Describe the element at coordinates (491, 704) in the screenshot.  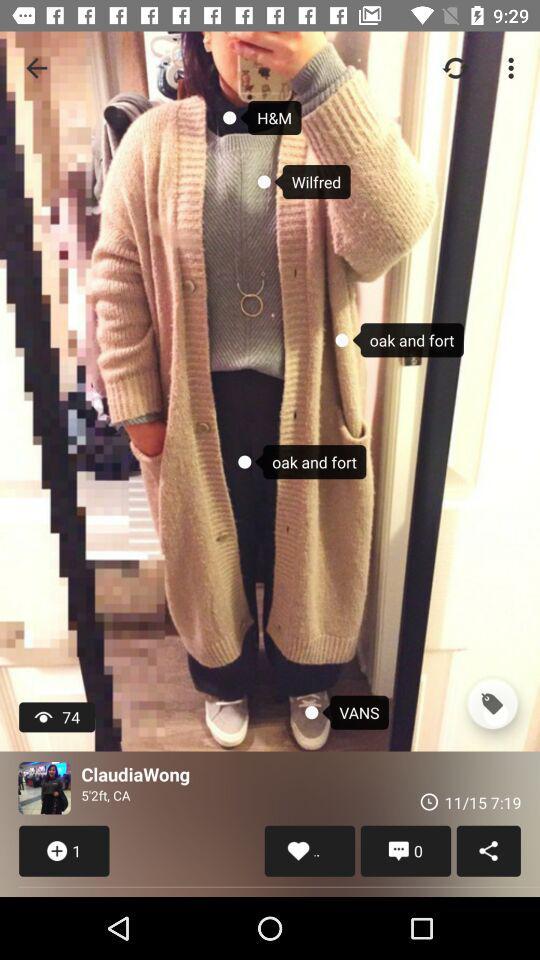
I see `bookmark icon` at that location.